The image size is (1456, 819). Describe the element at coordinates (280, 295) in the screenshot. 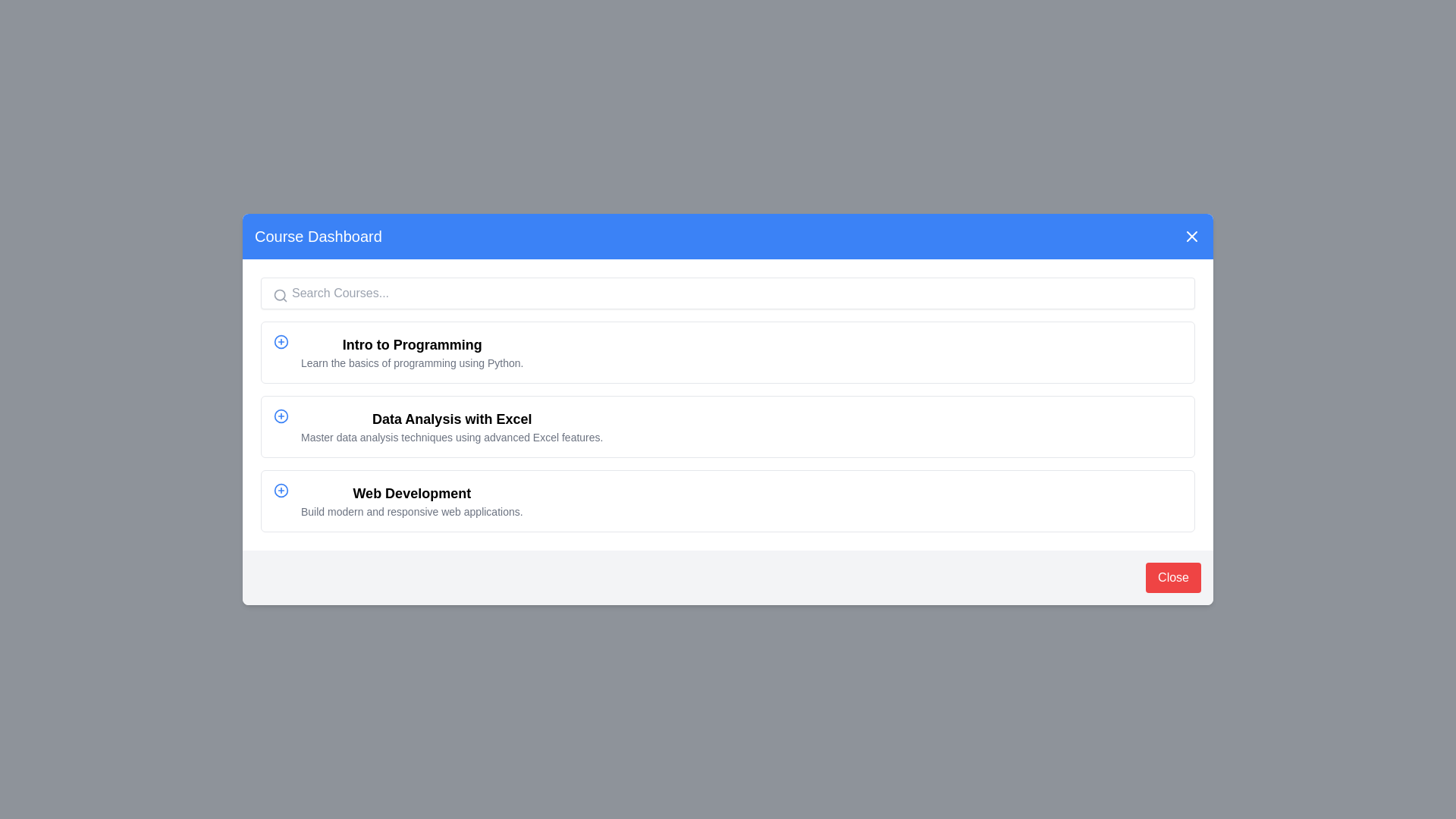

I see `the small circular magnifying glass icon with a gray outline located at the left inside the search bar, preceding the placeholder text 'Search Courses...'` at that location.